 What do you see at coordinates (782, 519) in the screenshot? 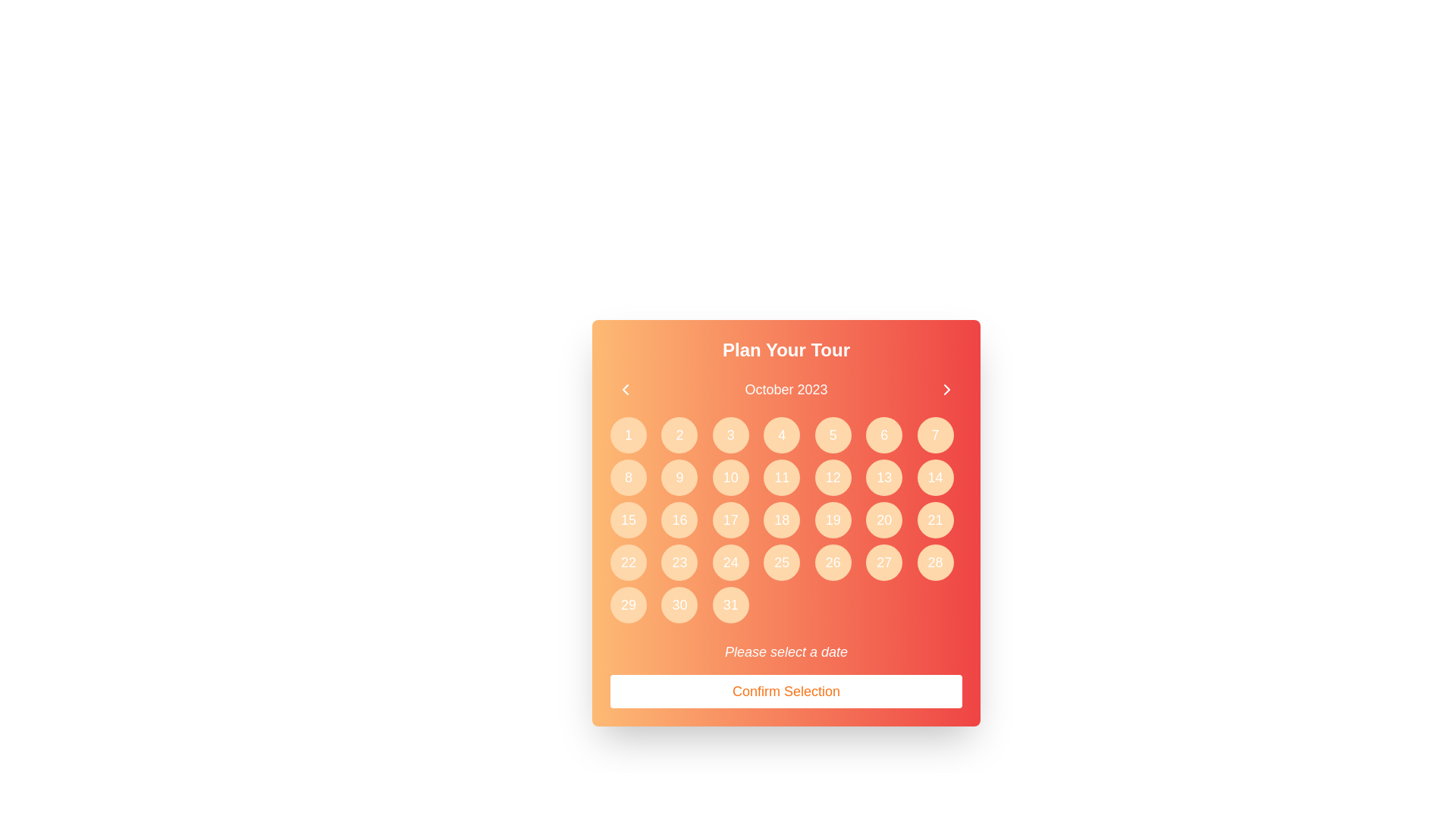
I see `the calendar button representing the 18th day of the month` at bounding box center [782, 519].